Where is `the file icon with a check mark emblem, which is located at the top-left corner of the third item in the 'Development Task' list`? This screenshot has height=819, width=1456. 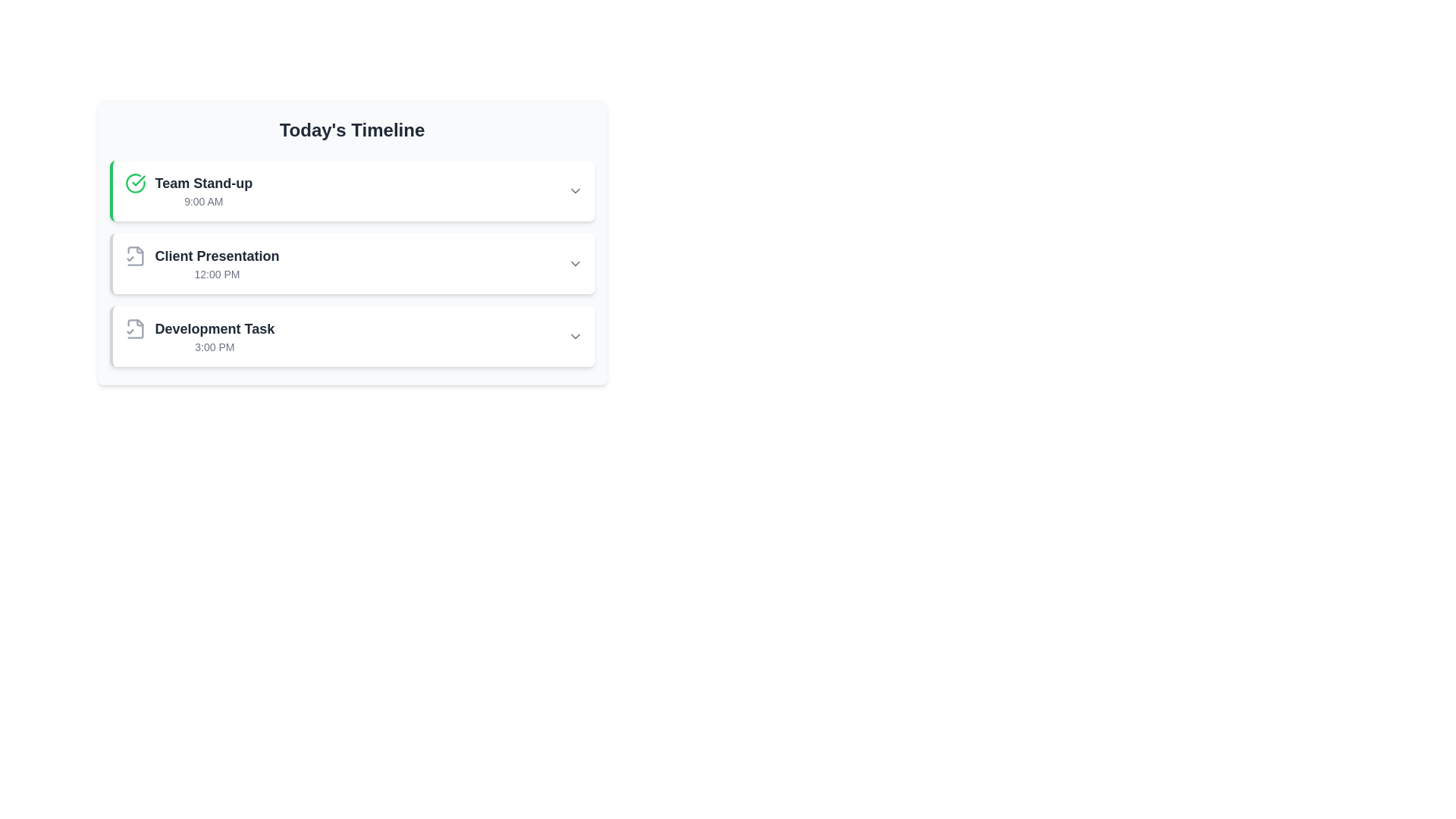 the file icon with a check mark emblem, which is located at the top-left corner of the third item in the 'Development Task' list is located at coordinates (135, 328).